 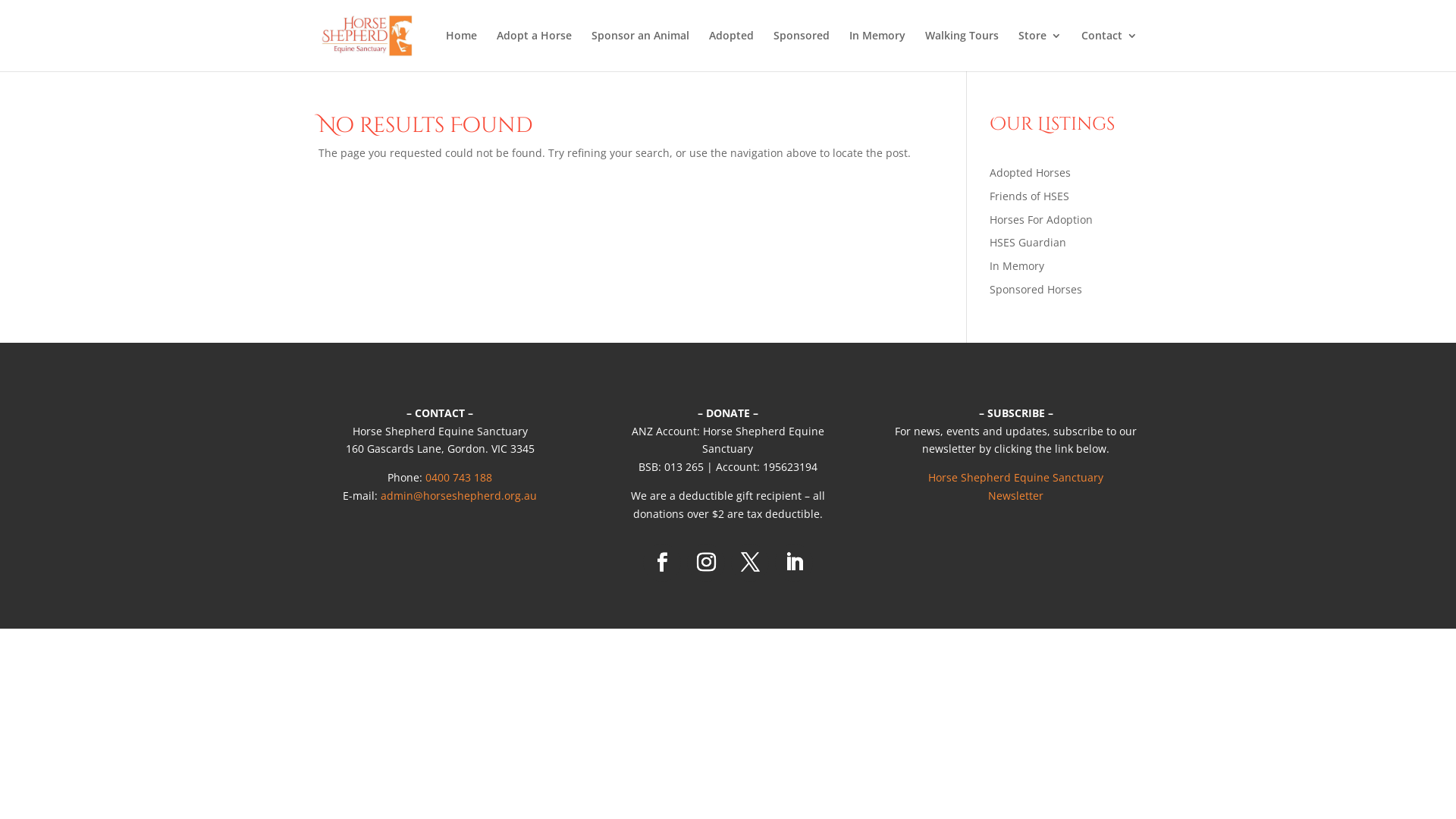 What do you see at coordinates (961, 49) in the screenshot?
I see `'Walking Tours'` at bounding box center [961, 49].